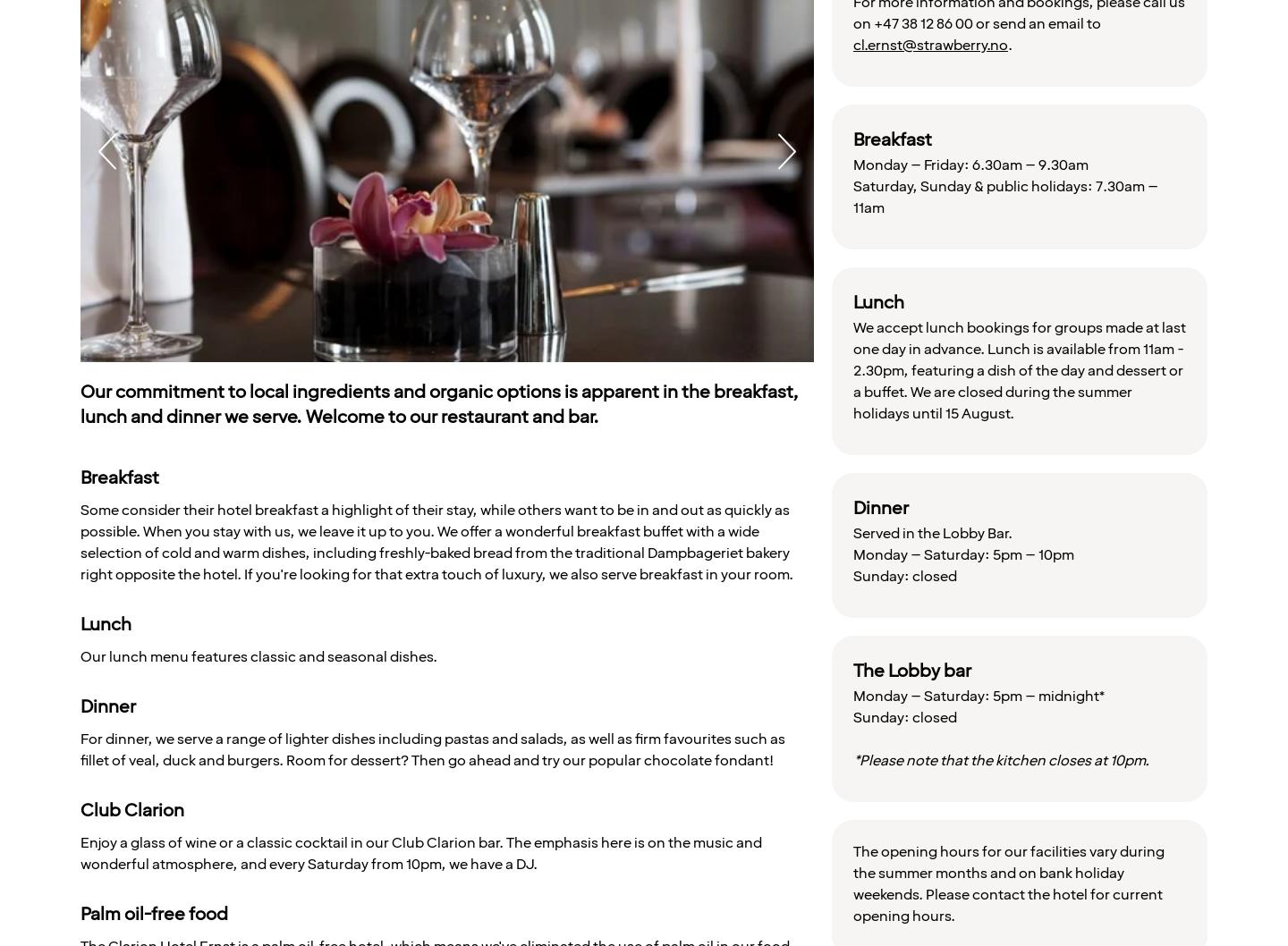 This screenshot has height=946, width=1288. What do you see at coordinates (1018, 369) in the screenshot?
I see `'We accept lunch bookings for groups made at last one day in advance. Lunch is available from 11am - 2.30pm, featuring a dish of the day and dessert or a buffet. We are closed during the summer holidays until 15 August.'` at bounding box center [1018, 369].